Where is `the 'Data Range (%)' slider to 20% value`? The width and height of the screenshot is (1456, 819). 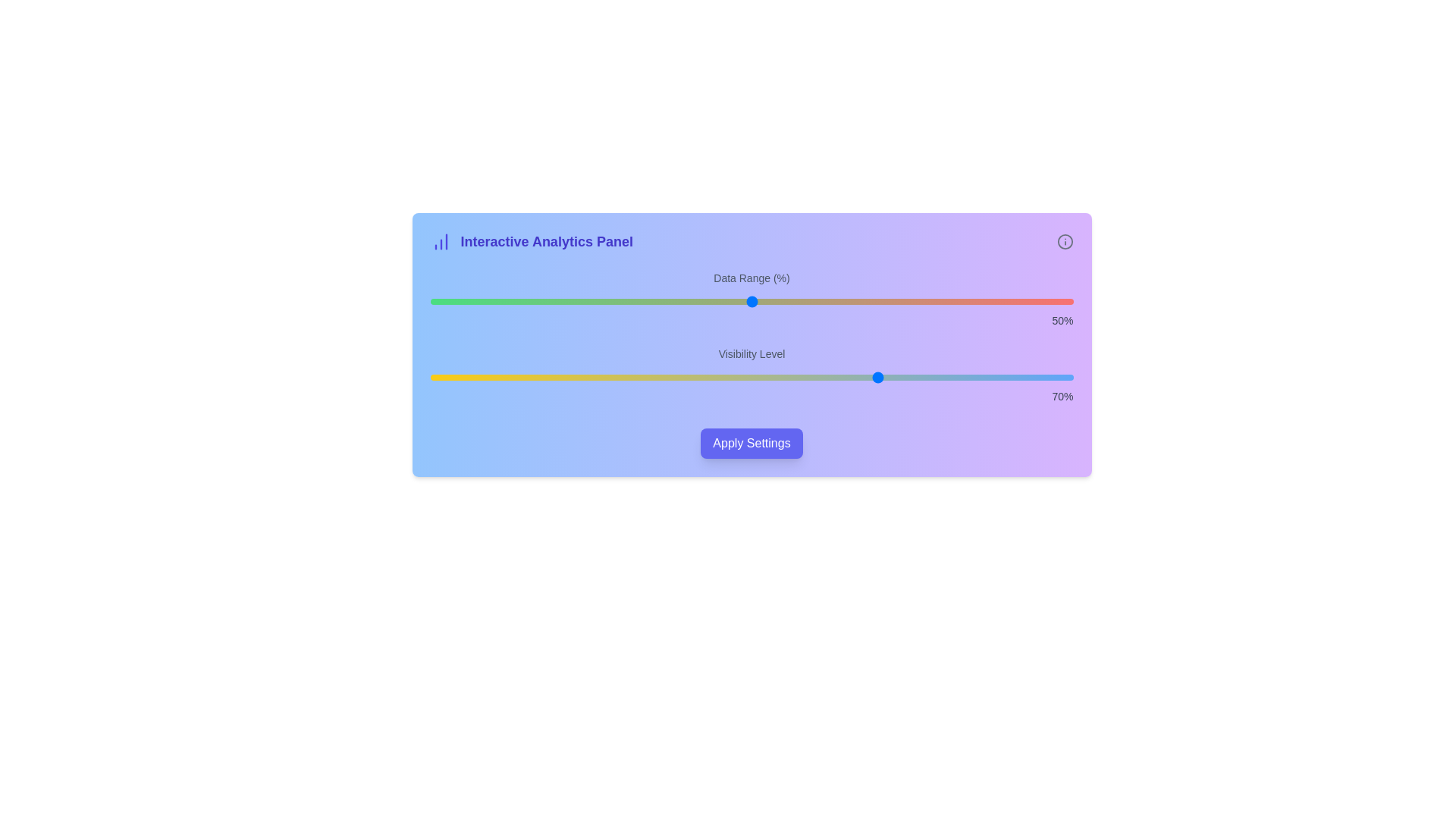 the 'Data Range (%)' slider to 20% value is located at coordinates (558, 301).